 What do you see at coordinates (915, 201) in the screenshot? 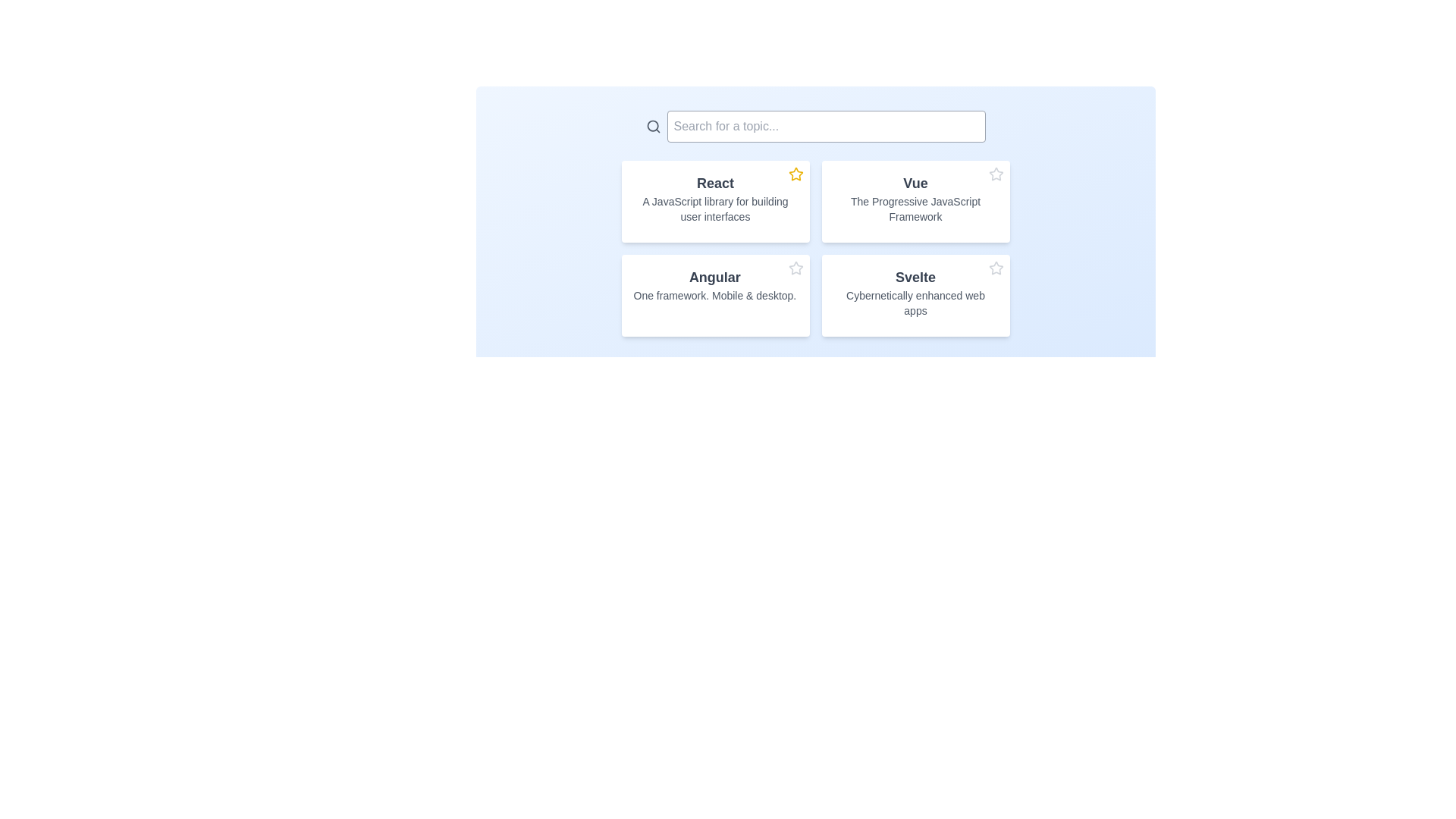
I see `the informative card titled 'Vue', which is the second card in a 2x2 grid layout, to change its background color` at bounding box center [915, 201].